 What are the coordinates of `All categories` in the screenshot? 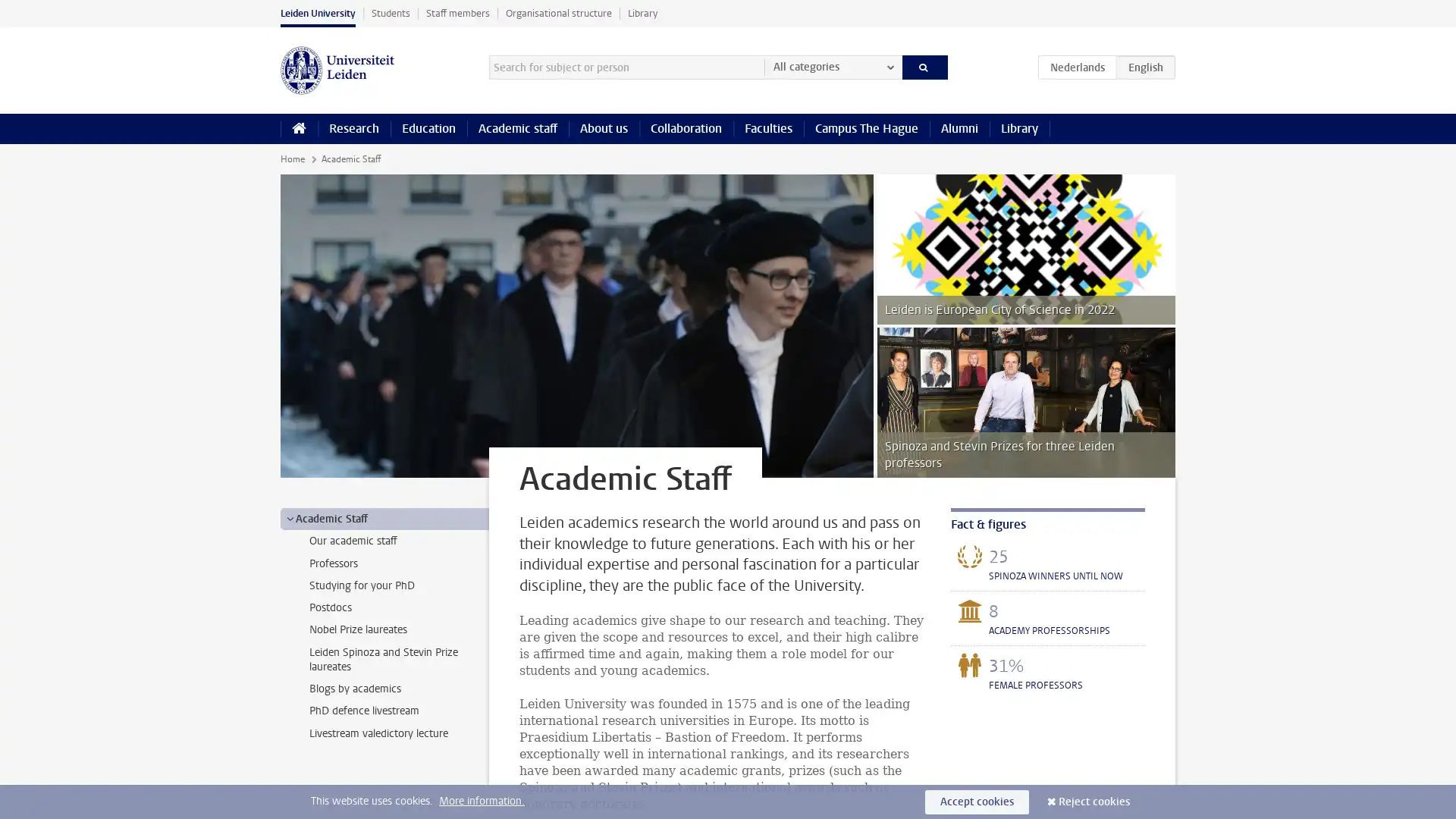 It's located at (832, 66).